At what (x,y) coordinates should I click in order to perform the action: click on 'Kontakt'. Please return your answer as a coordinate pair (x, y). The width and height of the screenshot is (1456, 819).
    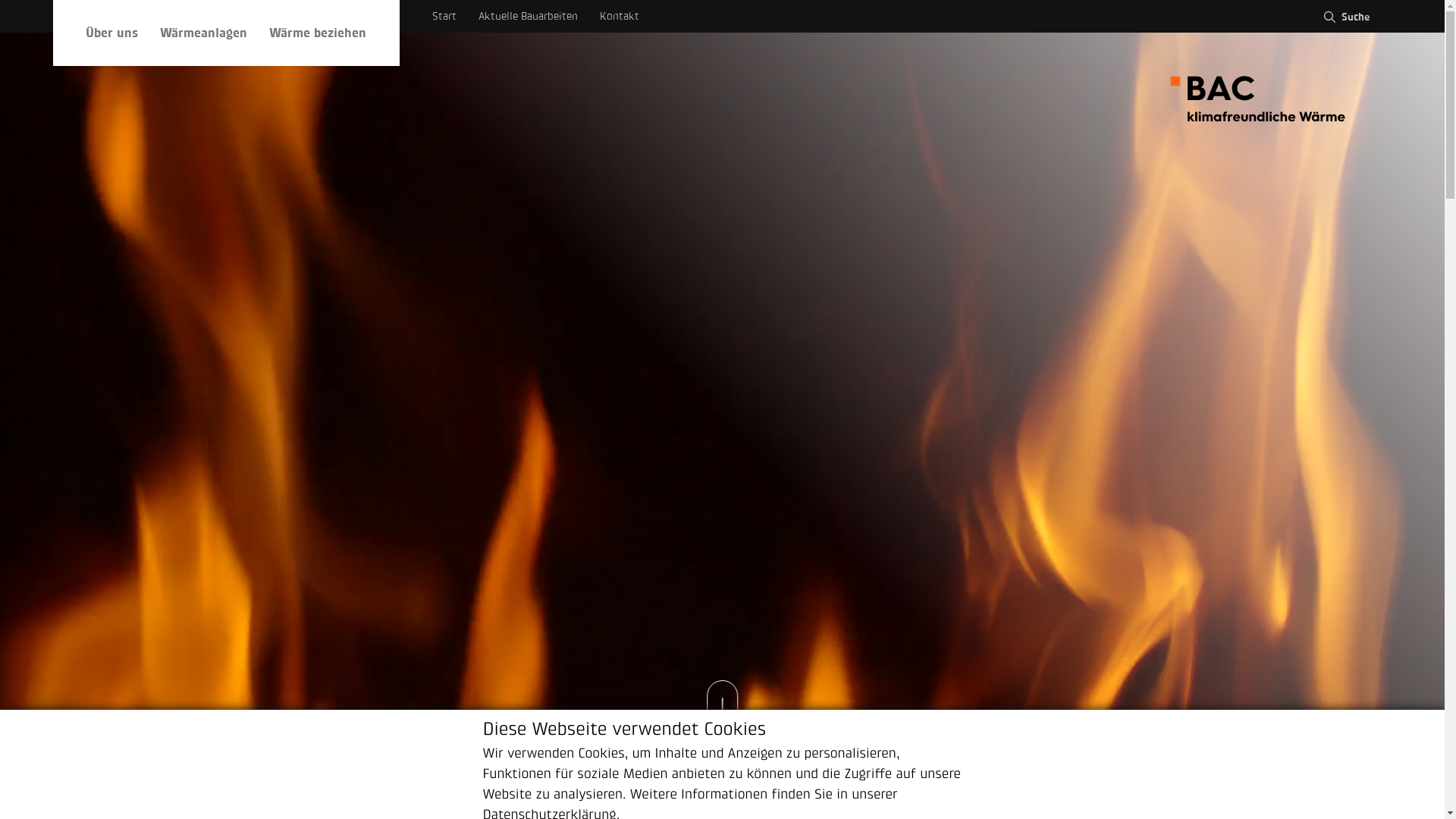
    Looking at the image, I should click on (619, 16).